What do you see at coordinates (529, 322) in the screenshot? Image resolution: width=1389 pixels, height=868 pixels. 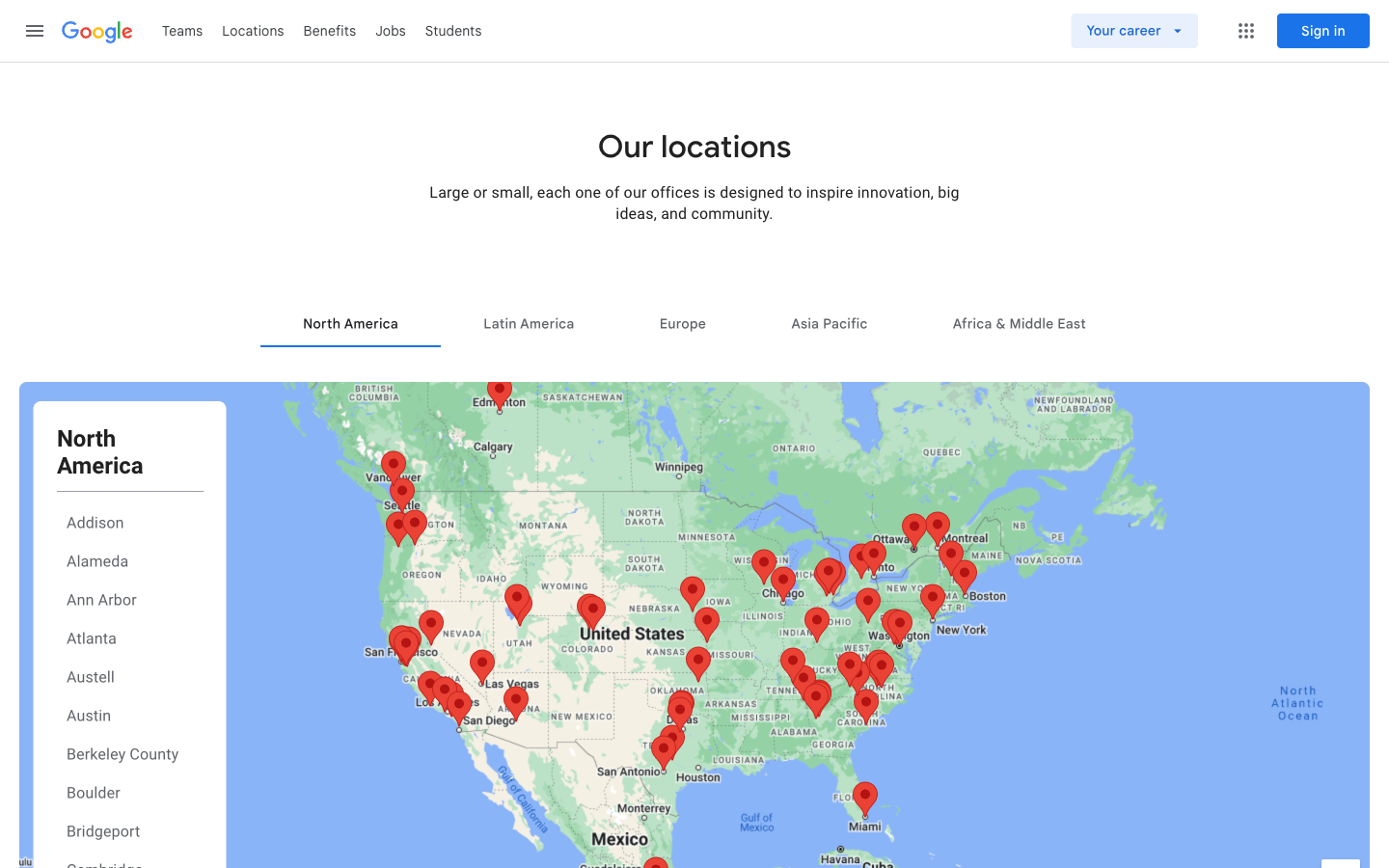 I see `Inspect the job opportunities in Latin America Region` at bounding box center [529, 322].